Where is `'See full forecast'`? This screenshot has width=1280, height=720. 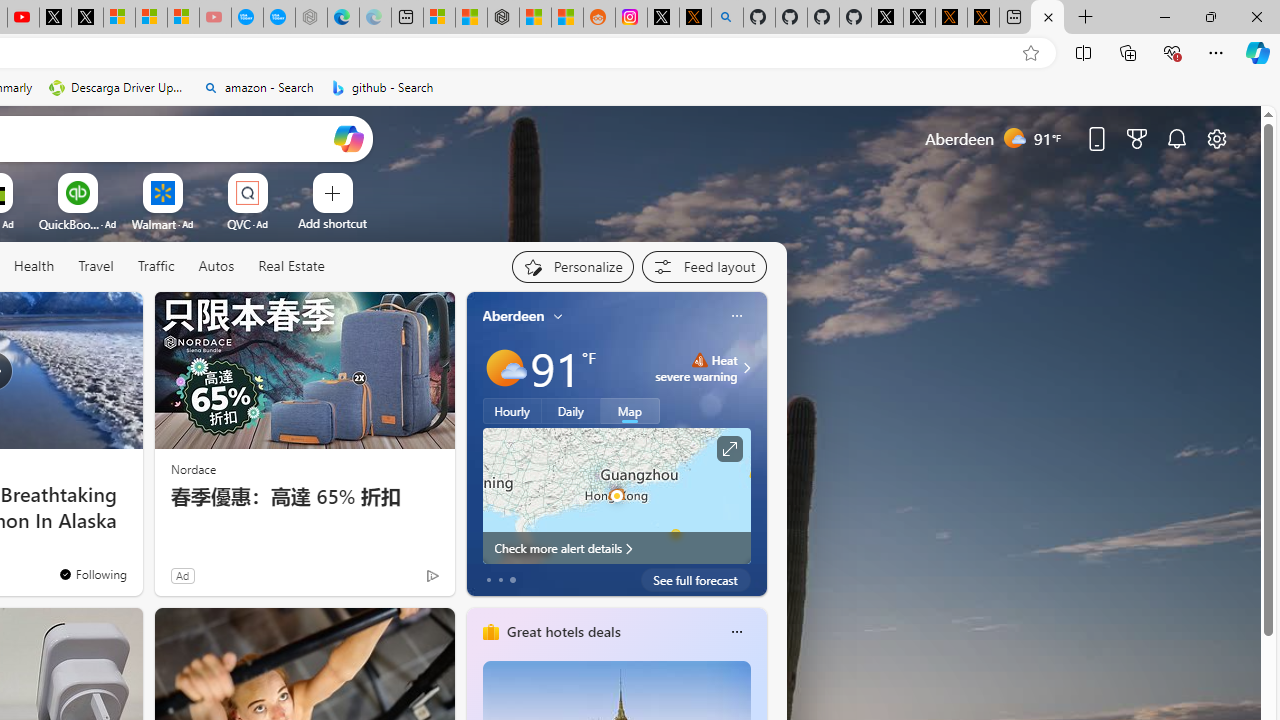
'See full forecast' is located at coordinates (695, 579).